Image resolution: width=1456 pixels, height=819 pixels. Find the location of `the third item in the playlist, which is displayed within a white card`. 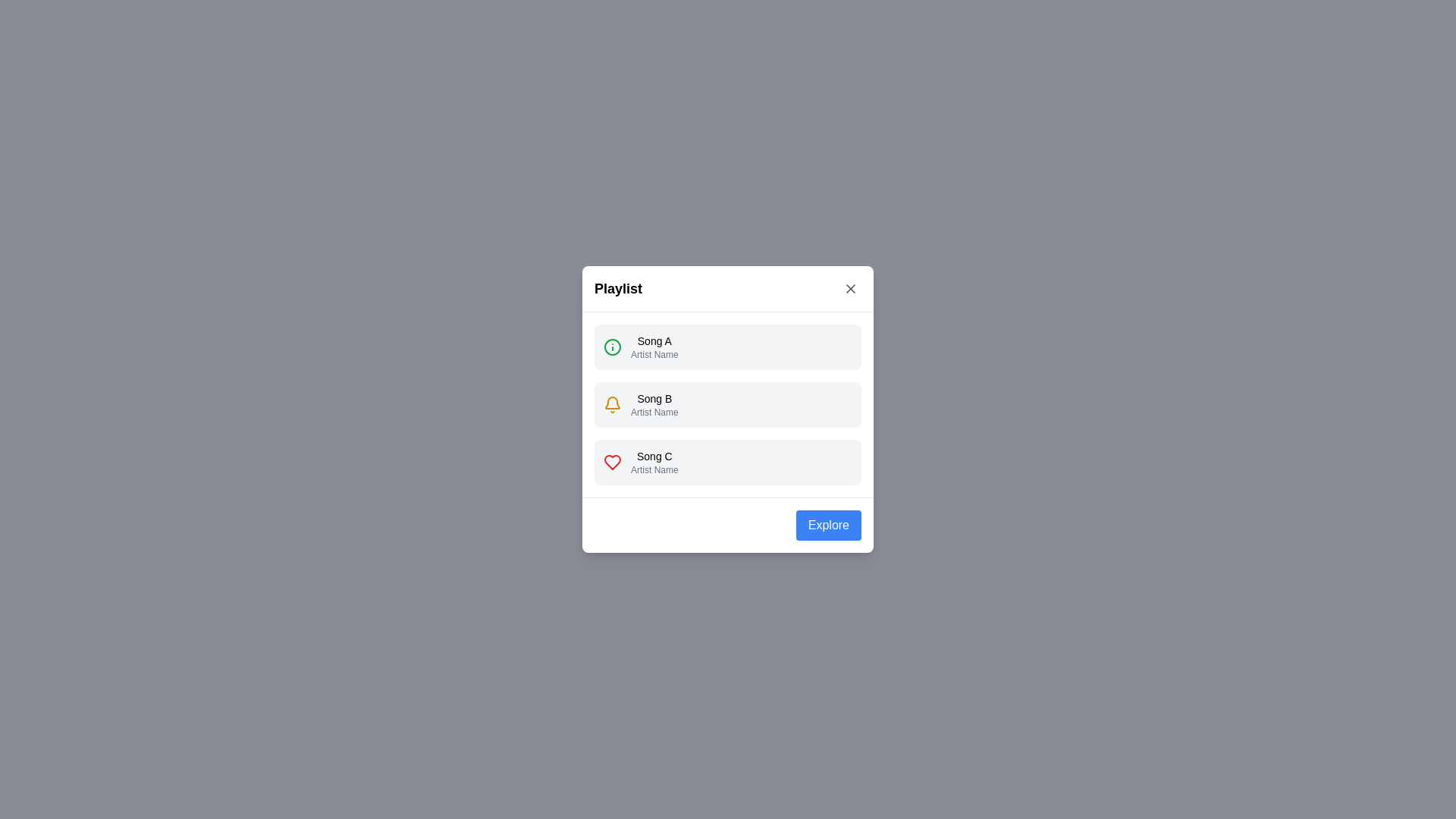

the third item in the playlist, which is displayed within a white card is located at coordinates (728, 461).